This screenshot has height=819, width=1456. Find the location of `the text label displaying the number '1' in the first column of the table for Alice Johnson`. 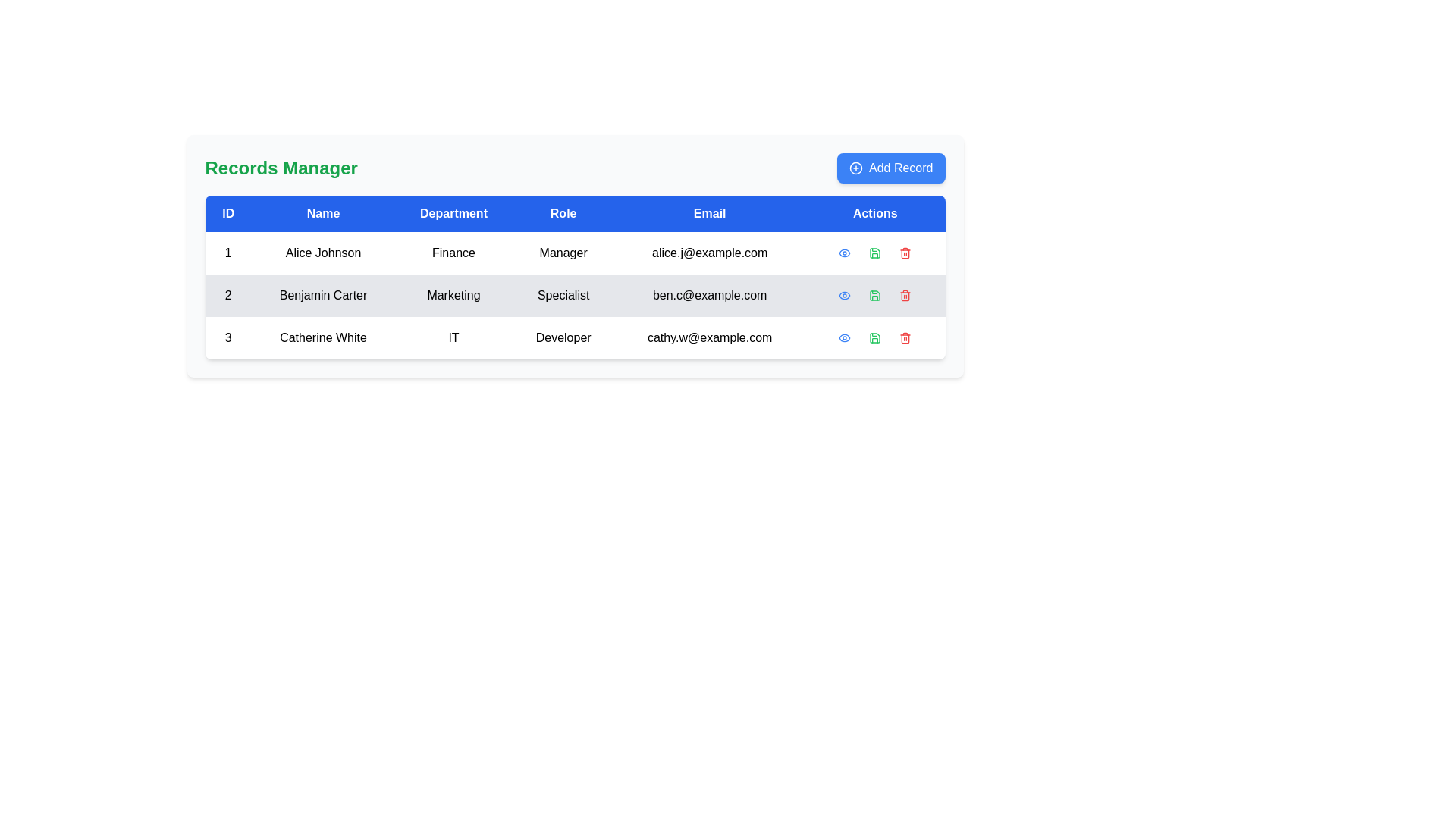

the text label displaying the number '1' in the first column of the table for Alice Johnson is located at coordinates (227, 253).